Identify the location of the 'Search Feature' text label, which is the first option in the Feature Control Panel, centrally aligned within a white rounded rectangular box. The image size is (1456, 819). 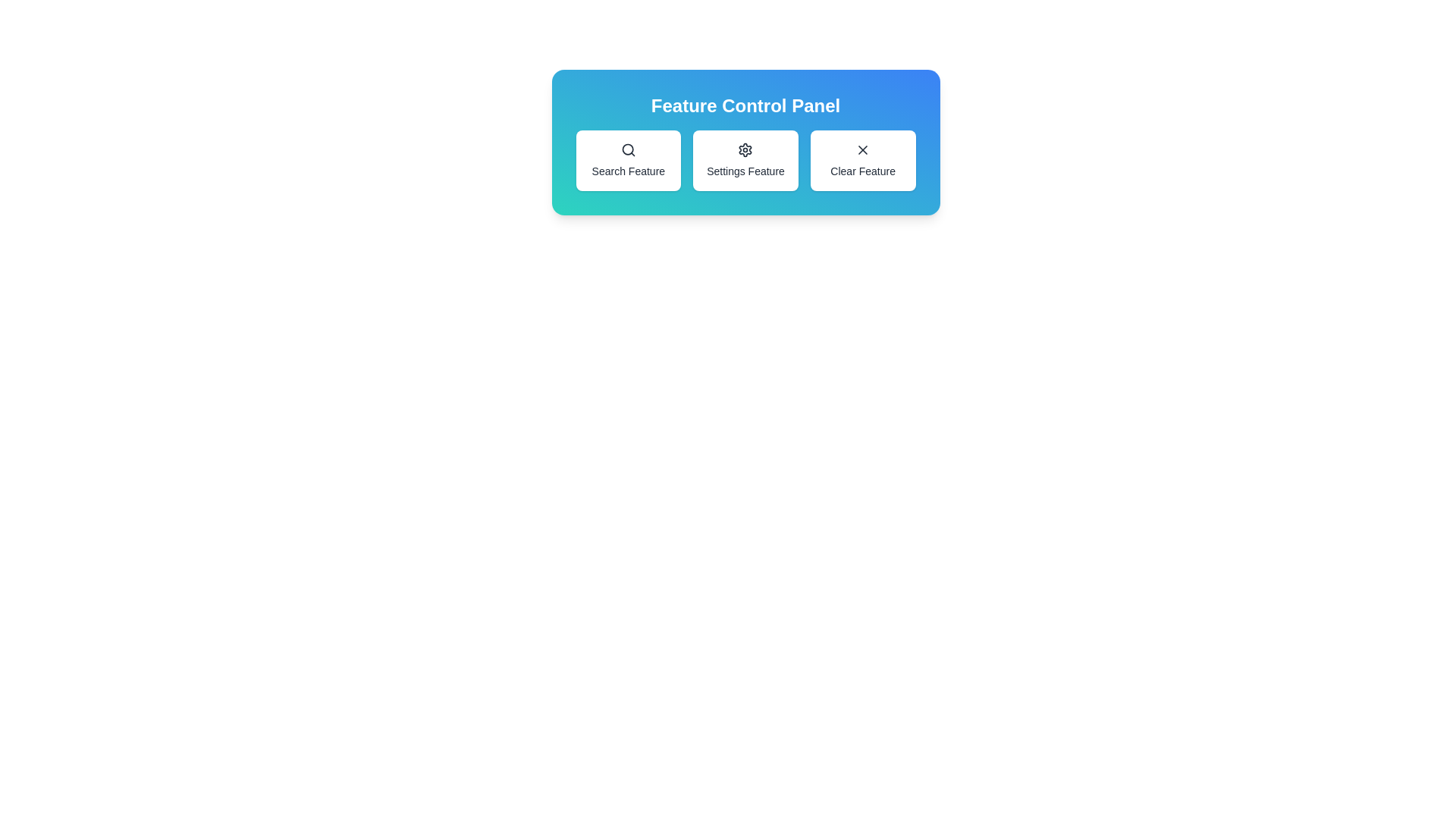
(628, 171).